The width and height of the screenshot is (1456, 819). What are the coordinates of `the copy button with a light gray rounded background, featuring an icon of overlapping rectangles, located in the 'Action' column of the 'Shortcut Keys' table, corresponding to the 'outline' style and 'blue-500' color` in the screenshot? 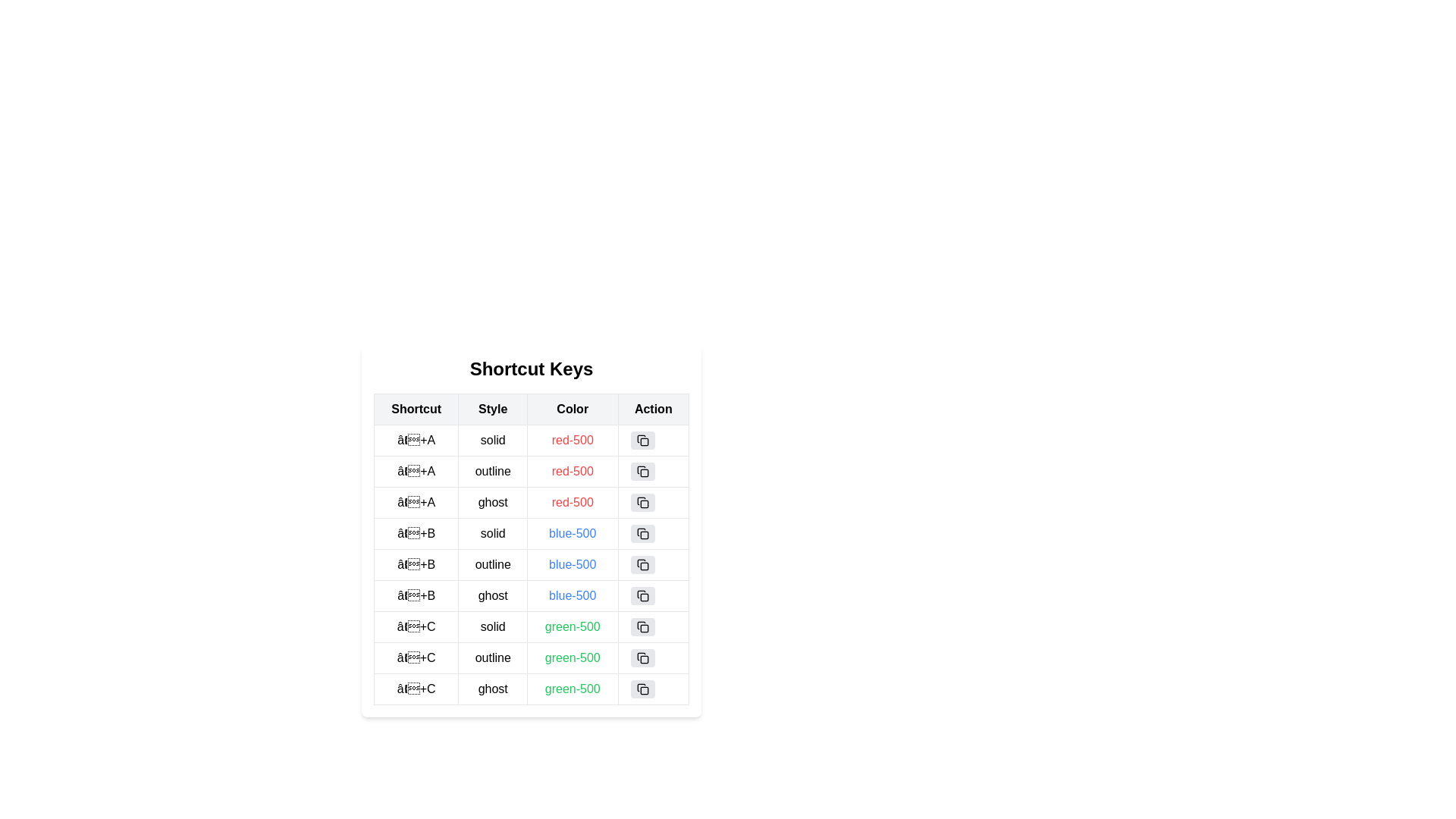 It's located at (642, 564).